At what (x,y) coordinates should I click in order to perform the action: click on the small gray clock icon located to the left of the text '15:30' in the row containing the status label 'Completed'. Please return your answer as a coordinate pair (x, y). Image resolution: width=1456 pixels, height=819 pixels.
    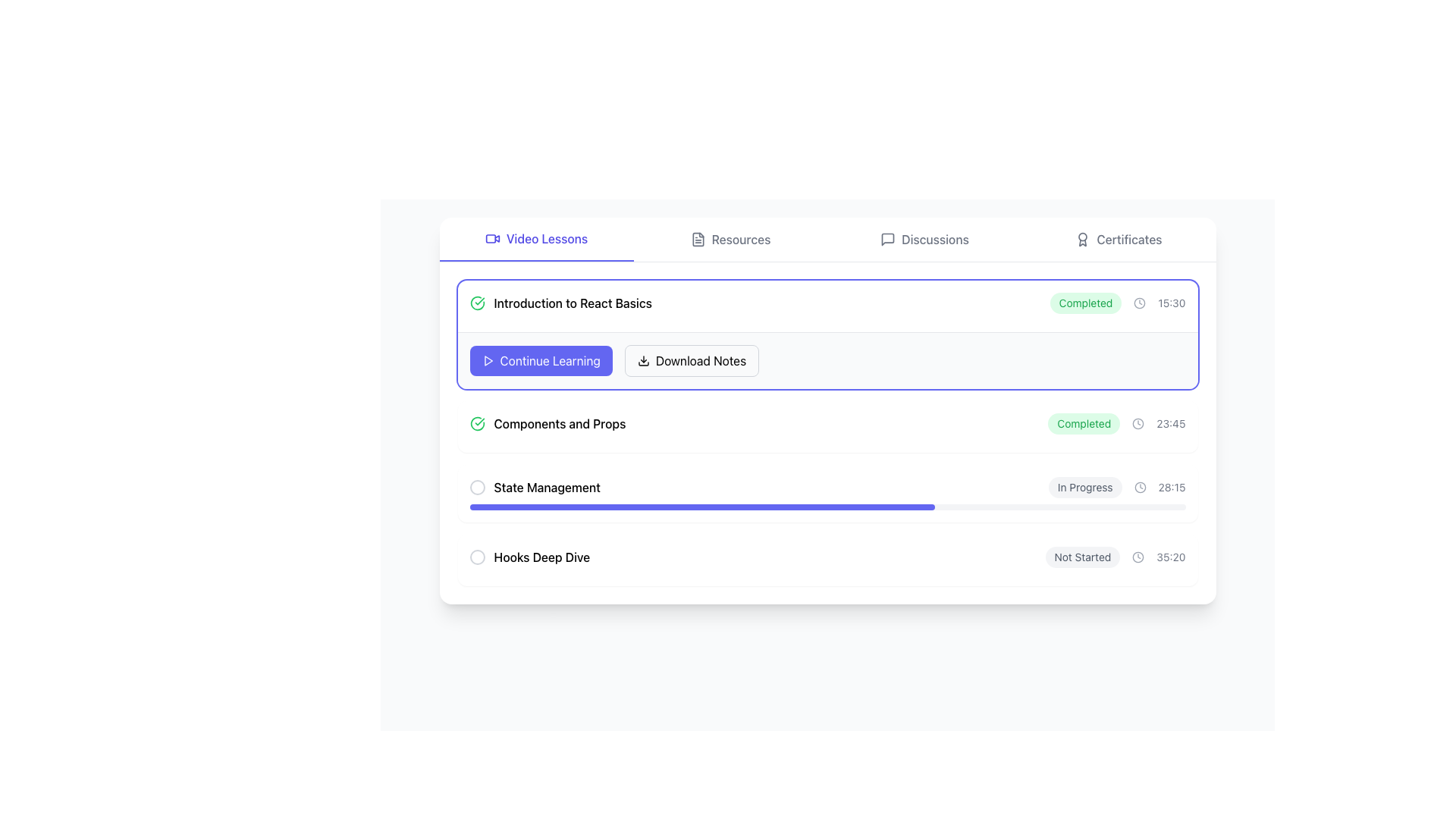
    Looking at the image, I should click on (1140, 303).